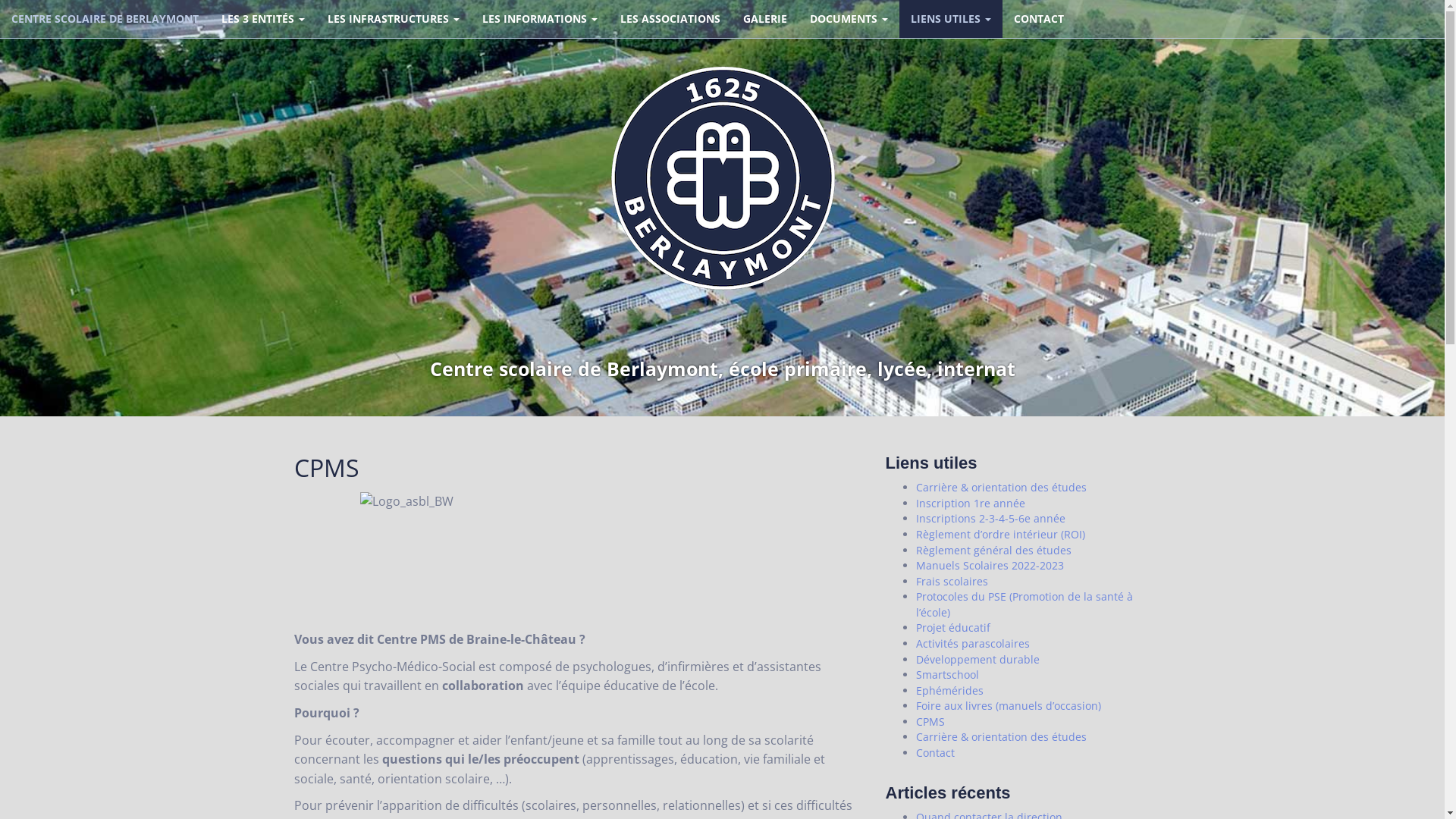 This screenshot has height=819, width=1456. Describe the element at coordinates (990, 565) in the screenshot. I see `'Manuels Scolaires 2022-2023'` at that location.